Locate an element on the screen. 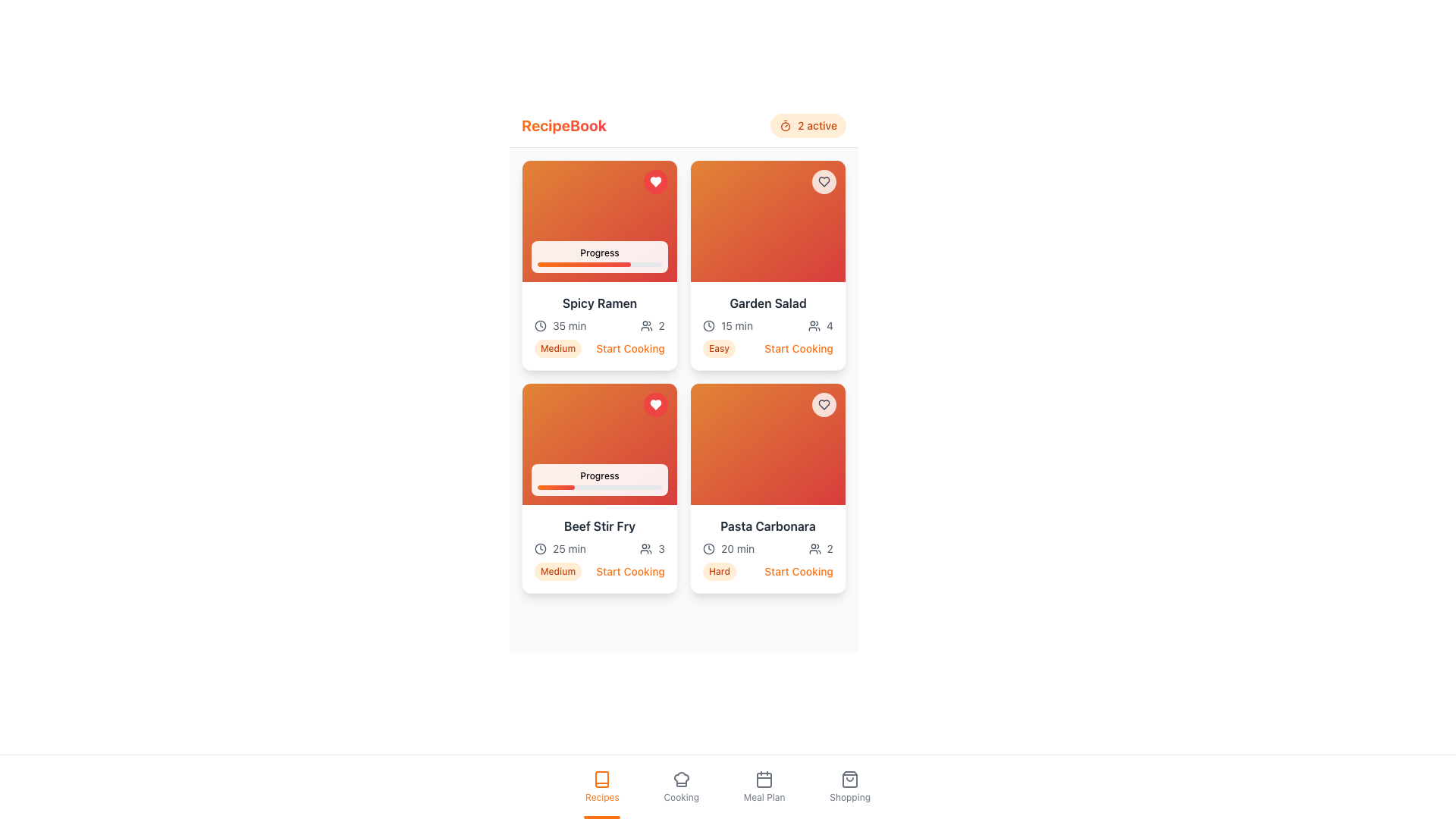 The height and width of the screenshot is (819, 1456). the circular outline shape that represents a clock or time-related icon, located in the upper-right section of the interface near the '2 active' indicator is located at coordinates (708, 325).